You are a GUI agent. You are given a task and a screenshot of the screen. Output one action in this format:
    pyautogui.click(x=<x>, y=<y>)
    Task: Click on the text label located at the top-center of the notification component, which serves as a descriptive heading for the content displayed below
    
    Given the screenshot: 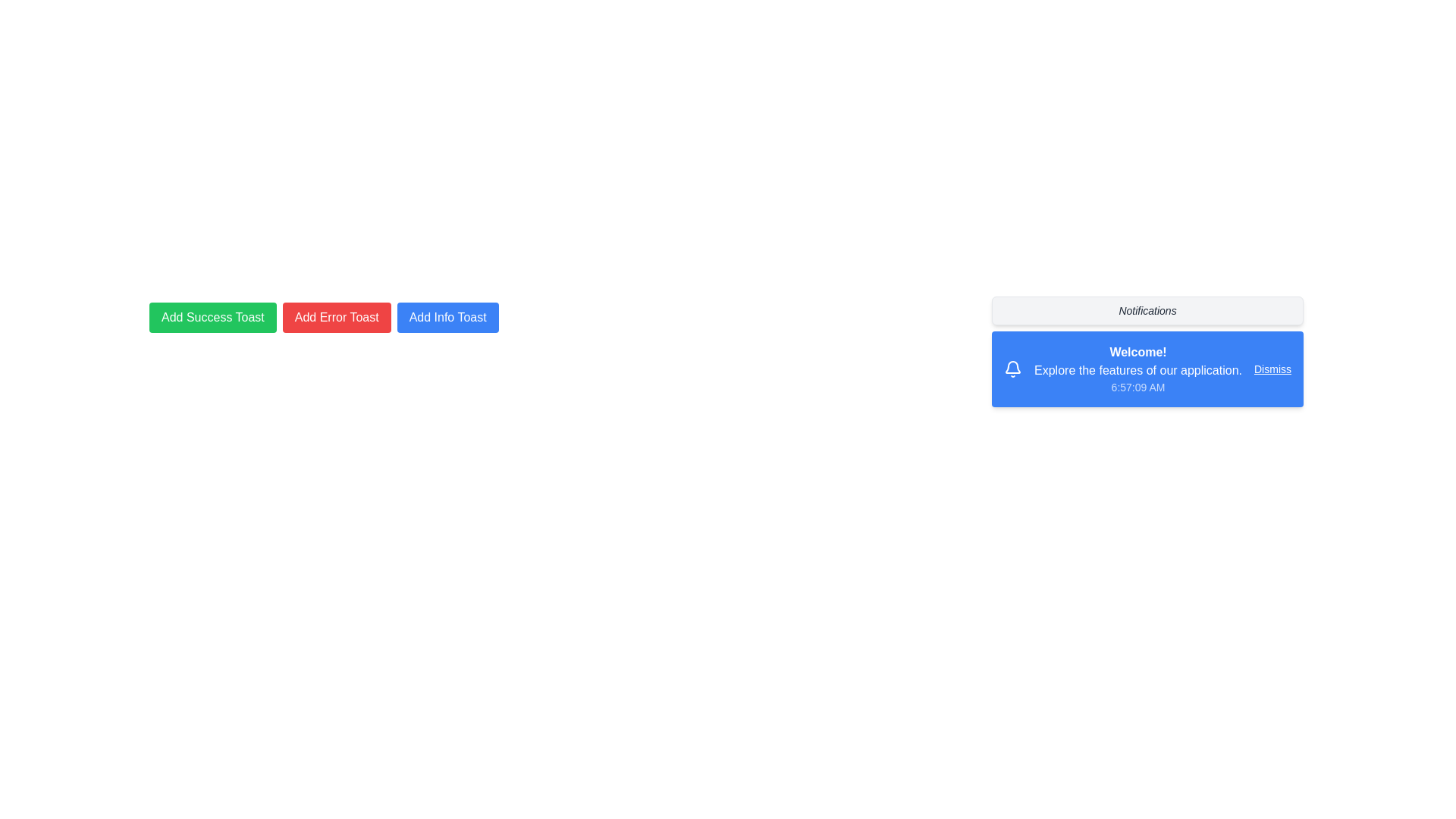 What is the action you would take?
    pyautogui.click(x=1147, y=309)
    